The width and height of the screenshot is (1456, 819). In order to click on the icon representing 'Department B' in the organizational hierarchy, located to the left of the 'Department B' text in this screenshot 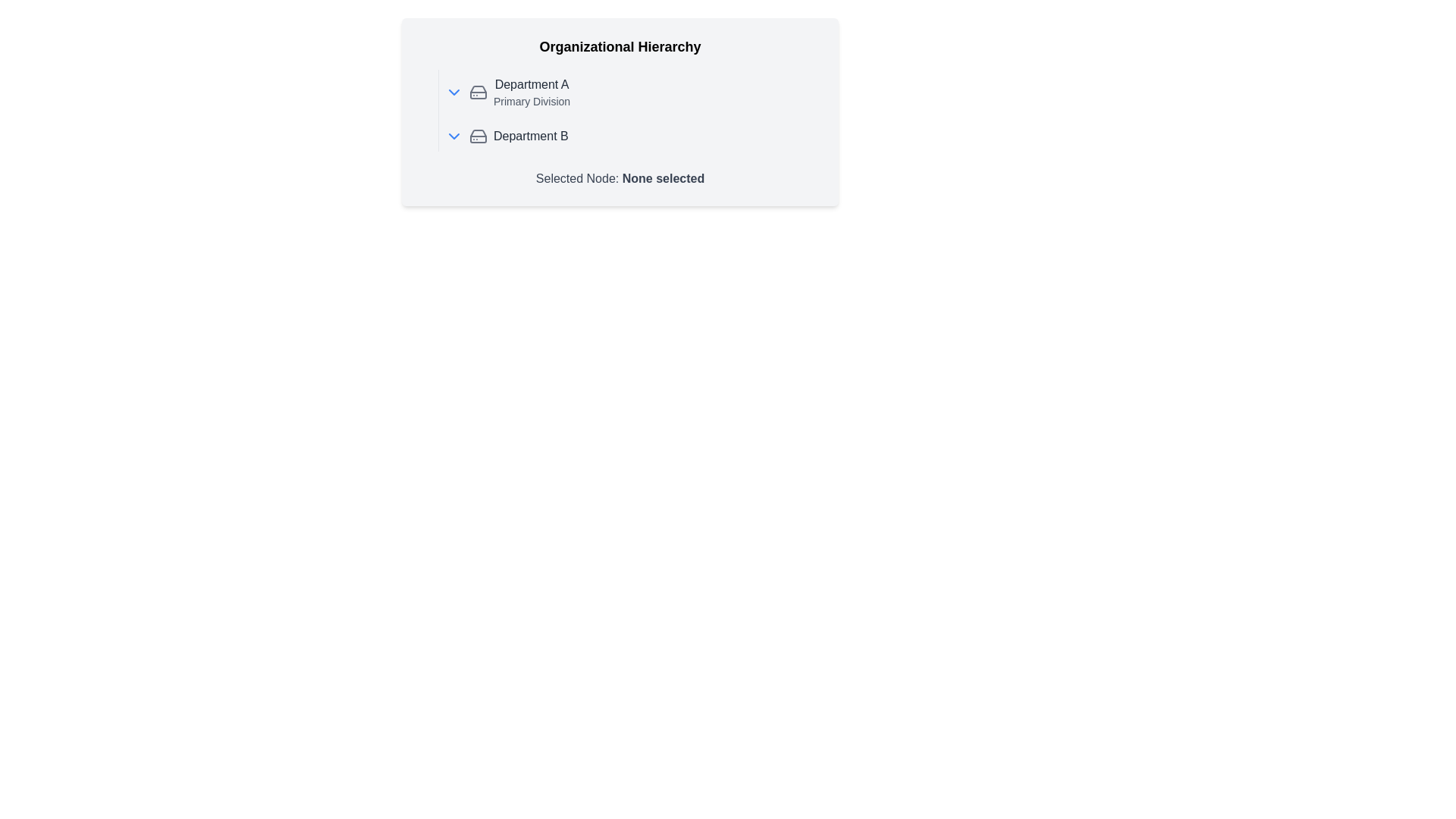, I will do `click(477, 136)`.